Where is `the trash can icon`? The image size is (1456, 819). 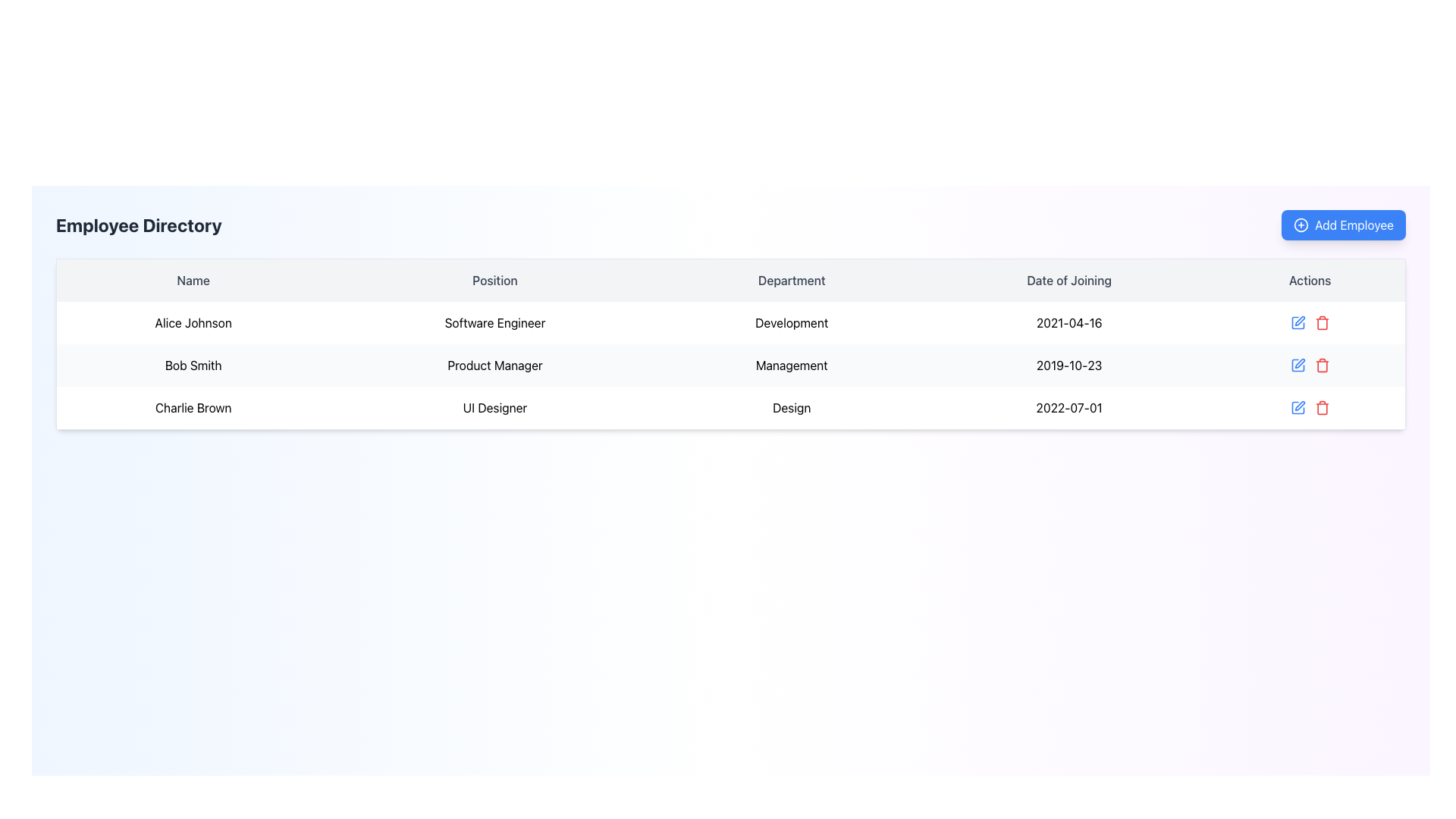
the trash can icon is located at coordinates (1321, 366).